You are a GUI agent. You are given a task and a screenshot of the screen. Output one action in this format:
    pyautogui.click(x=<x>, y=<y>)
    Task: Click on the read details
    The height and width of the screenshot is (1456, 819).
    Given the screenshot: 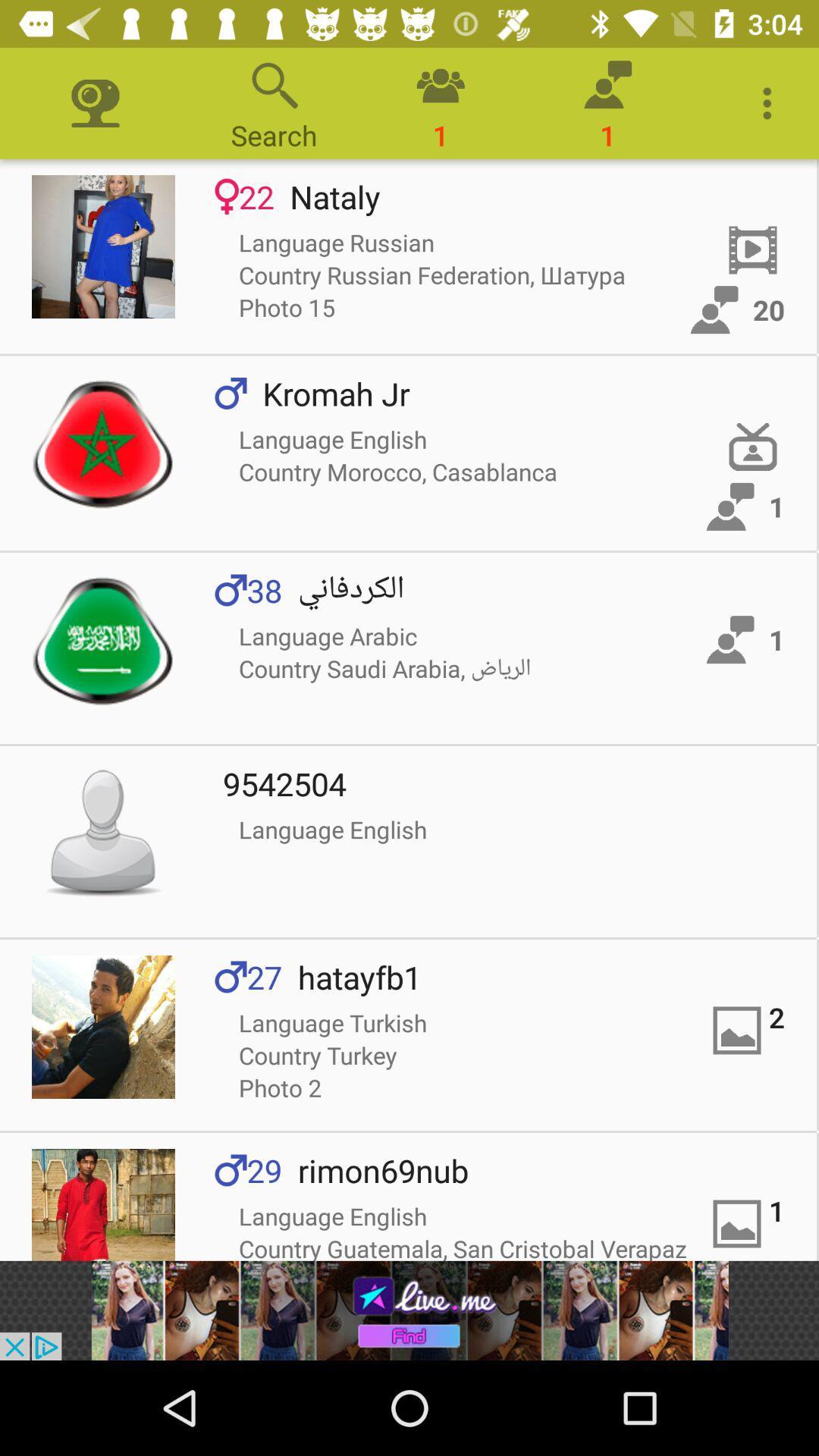 What is the action you would take?
    pyautogui.click(x=102, y=246)
    